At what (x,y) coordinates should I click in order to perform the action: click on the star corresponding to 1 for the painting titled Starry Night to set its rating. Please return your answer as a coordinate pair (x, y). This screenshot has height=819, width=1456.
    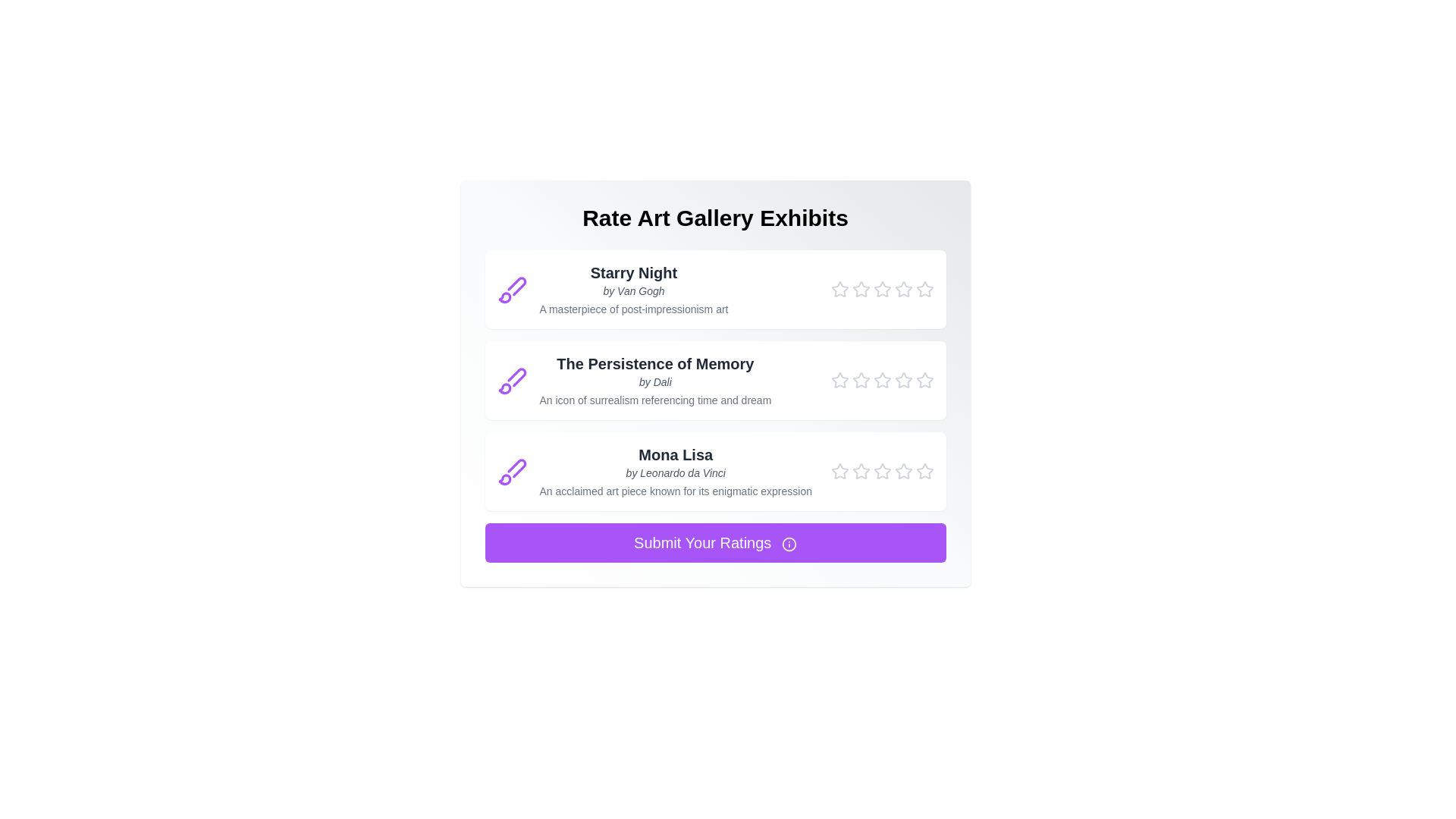
    Looking at the image, I should click on (839, 289).